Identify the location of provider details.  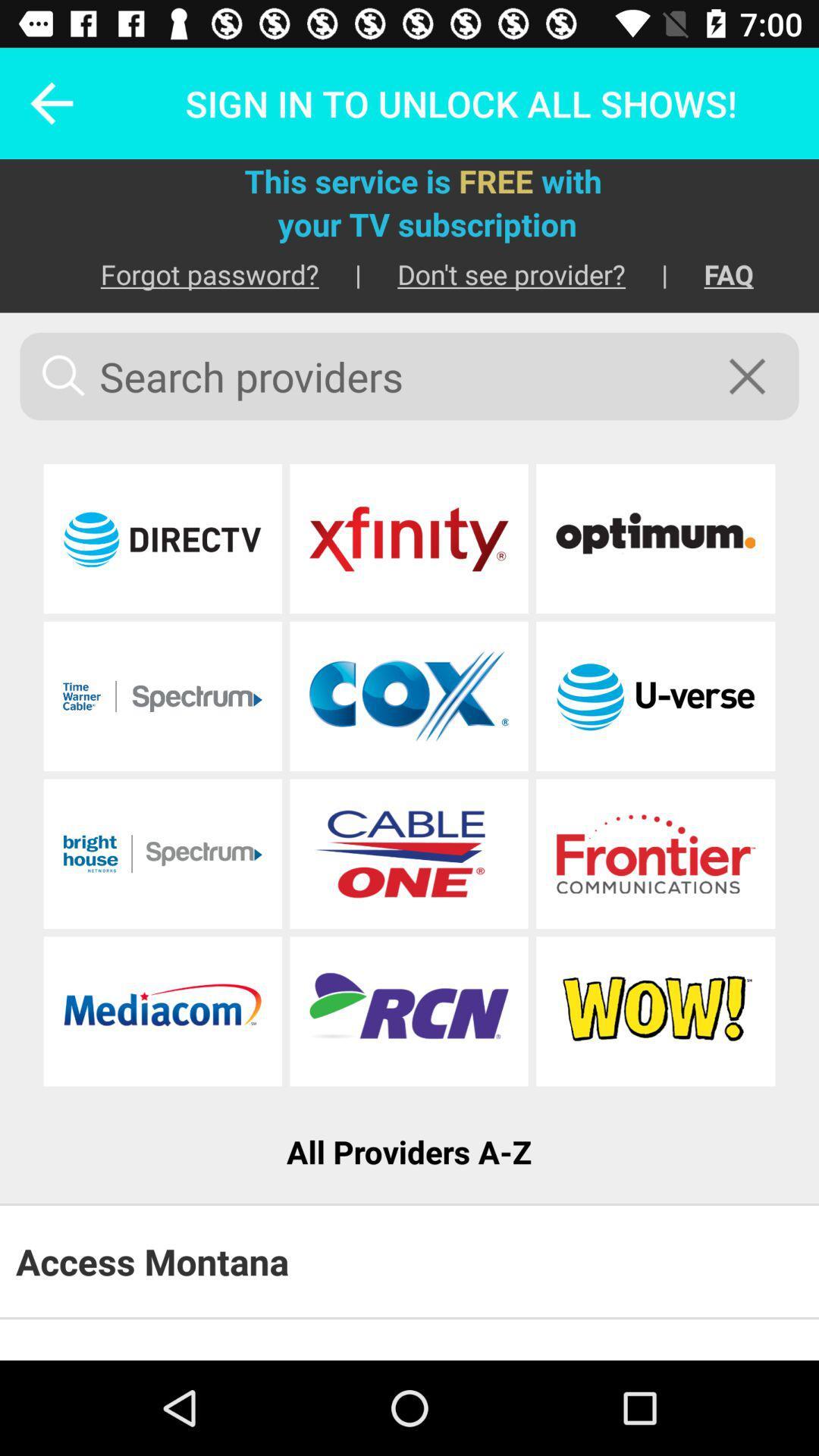
(408, 854).